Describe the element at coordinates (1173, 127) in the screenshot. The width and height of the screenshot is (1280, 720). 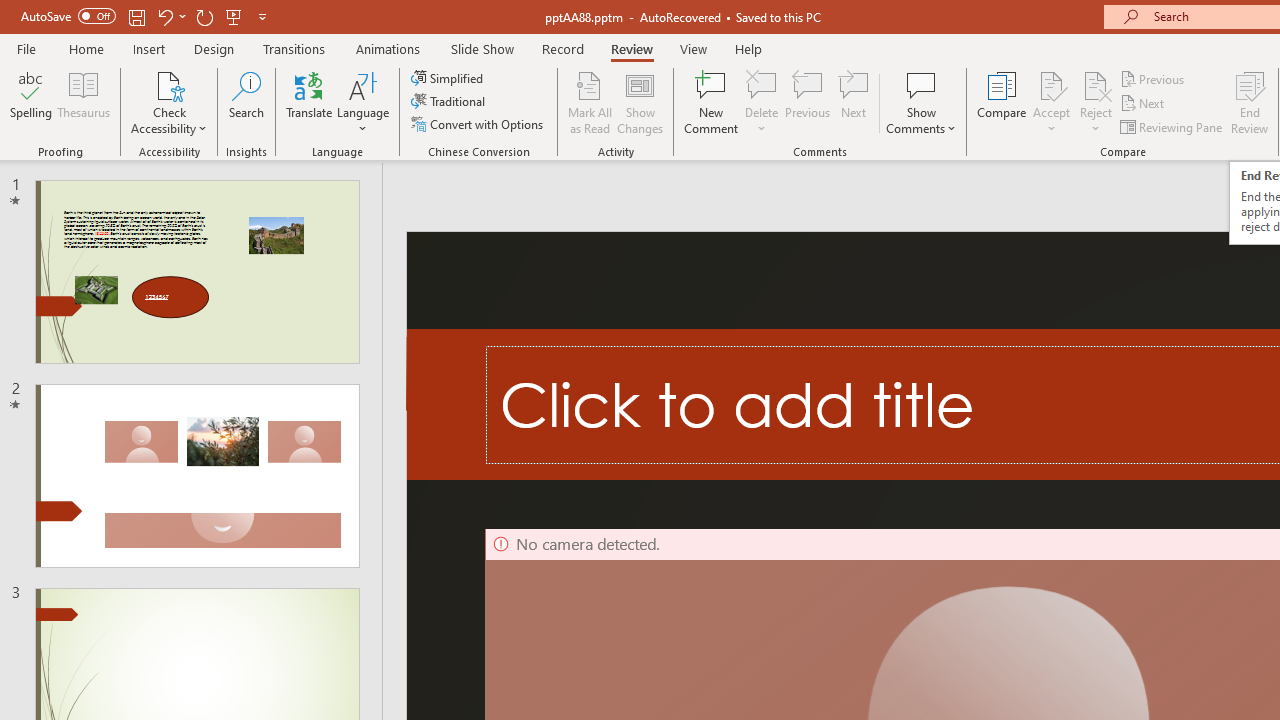
I see `'Reviewing Pane'` at that location.